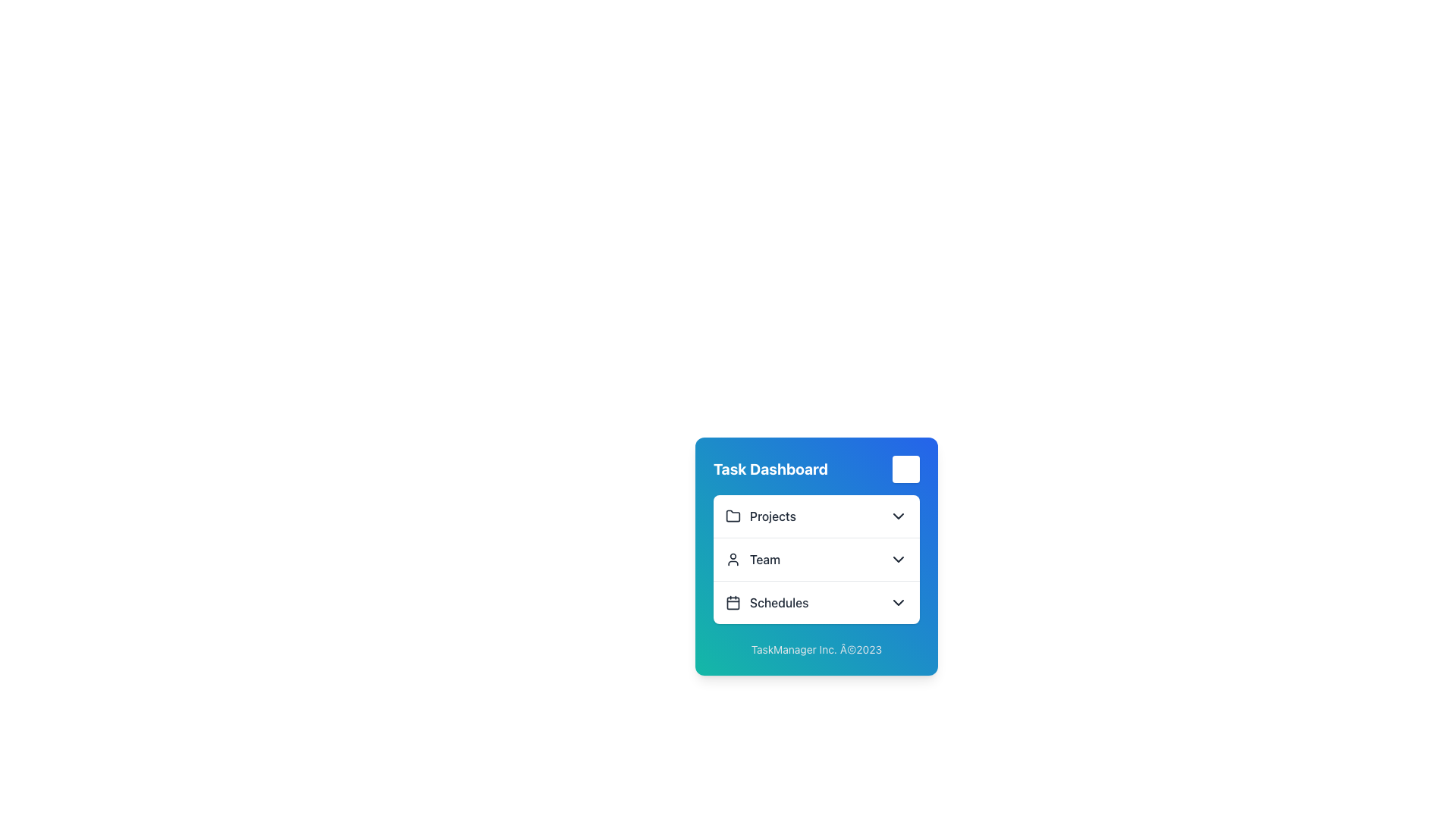 The height and width of the screenshot is (819, 1456). I want to click on the 'Team' button, which is a composite UI element with a user icon and the text 'Team' next to it, so click(753, 559).